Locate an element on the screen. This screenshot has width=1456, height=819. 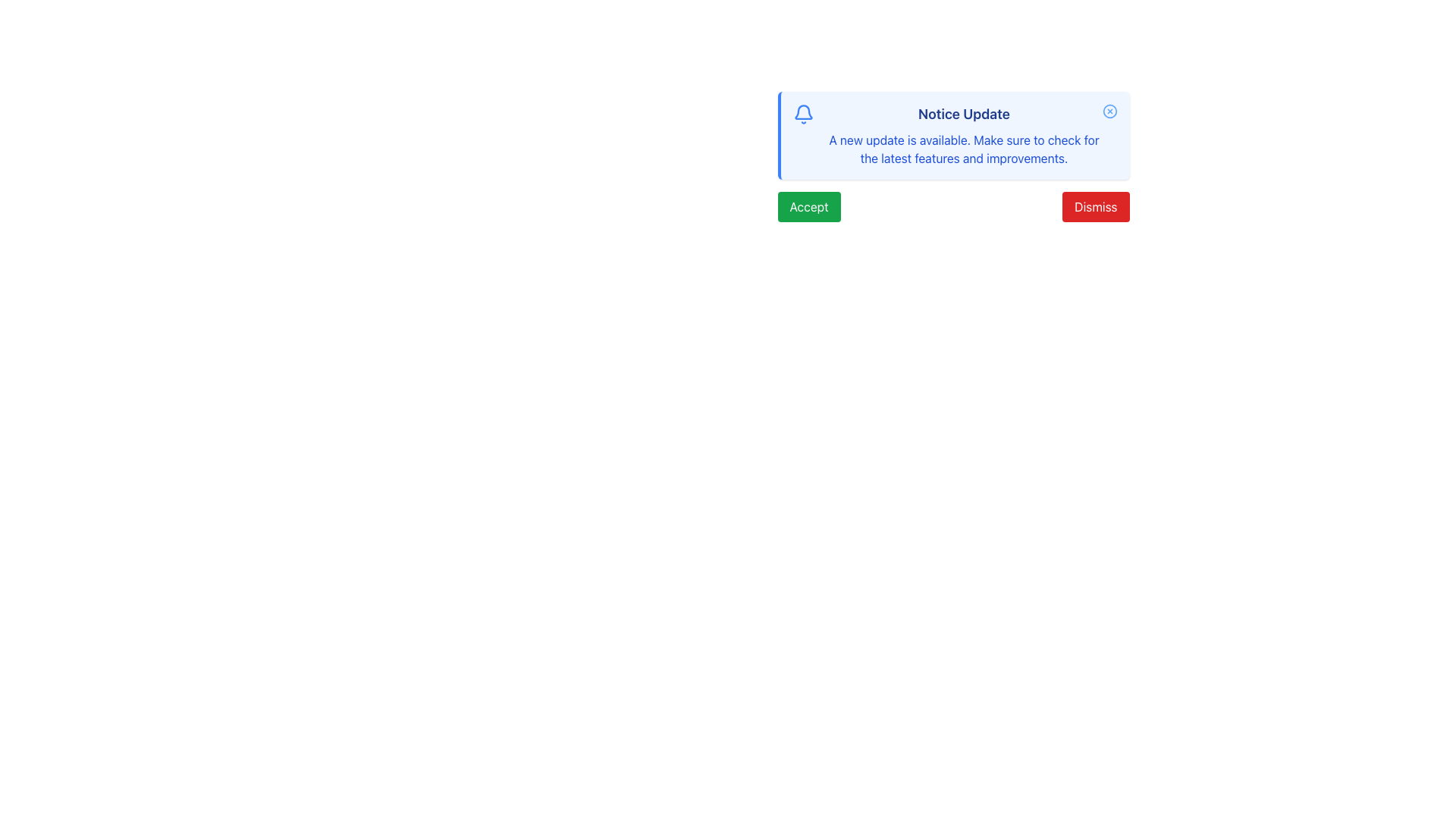
the 'Accept' button, which is a rectangular button with white text on a green background, located below a blue notice panel is located at coordinates (808, 207).